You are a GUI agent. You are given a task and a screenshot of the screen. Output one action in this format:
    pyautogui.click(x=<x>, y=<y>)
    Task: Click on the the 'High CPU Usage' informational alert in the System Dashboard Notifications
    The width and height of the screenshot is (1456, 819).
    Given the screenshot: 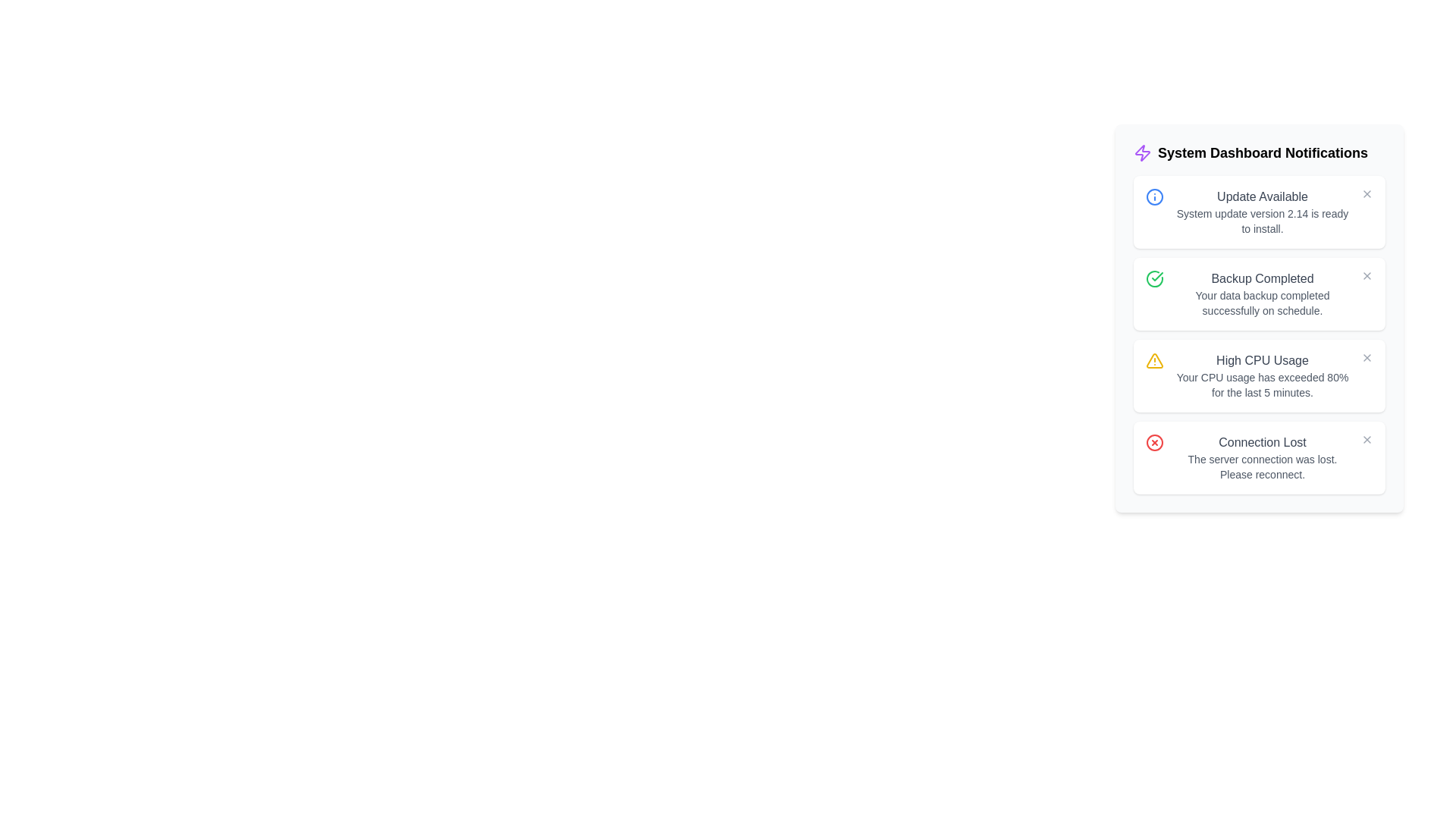 What is the action you would take?
    pyautogui.click(x=1263, y=375)
    